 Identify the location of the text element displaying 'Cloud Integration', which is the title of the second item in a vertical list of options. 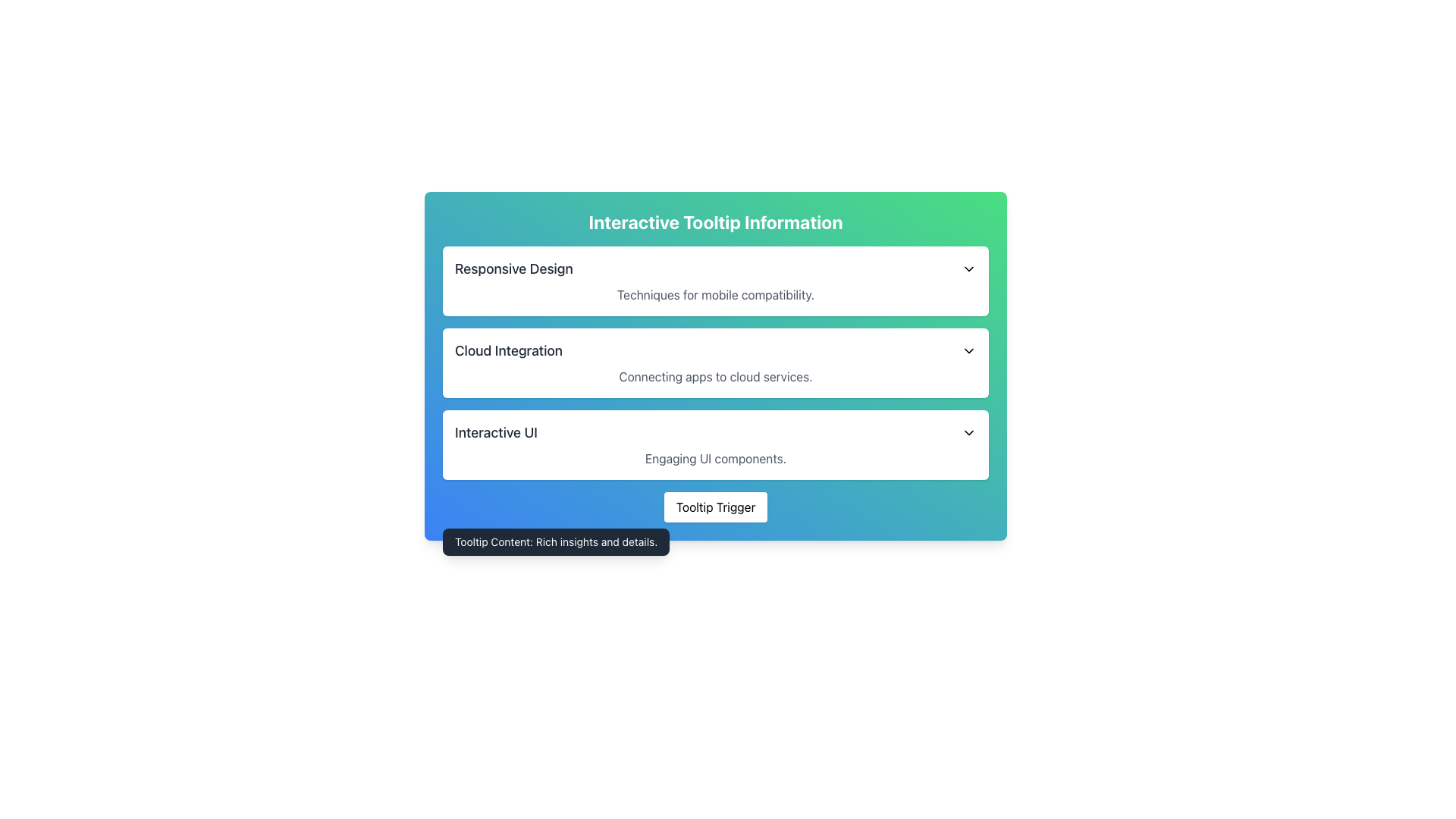
(509, 350).